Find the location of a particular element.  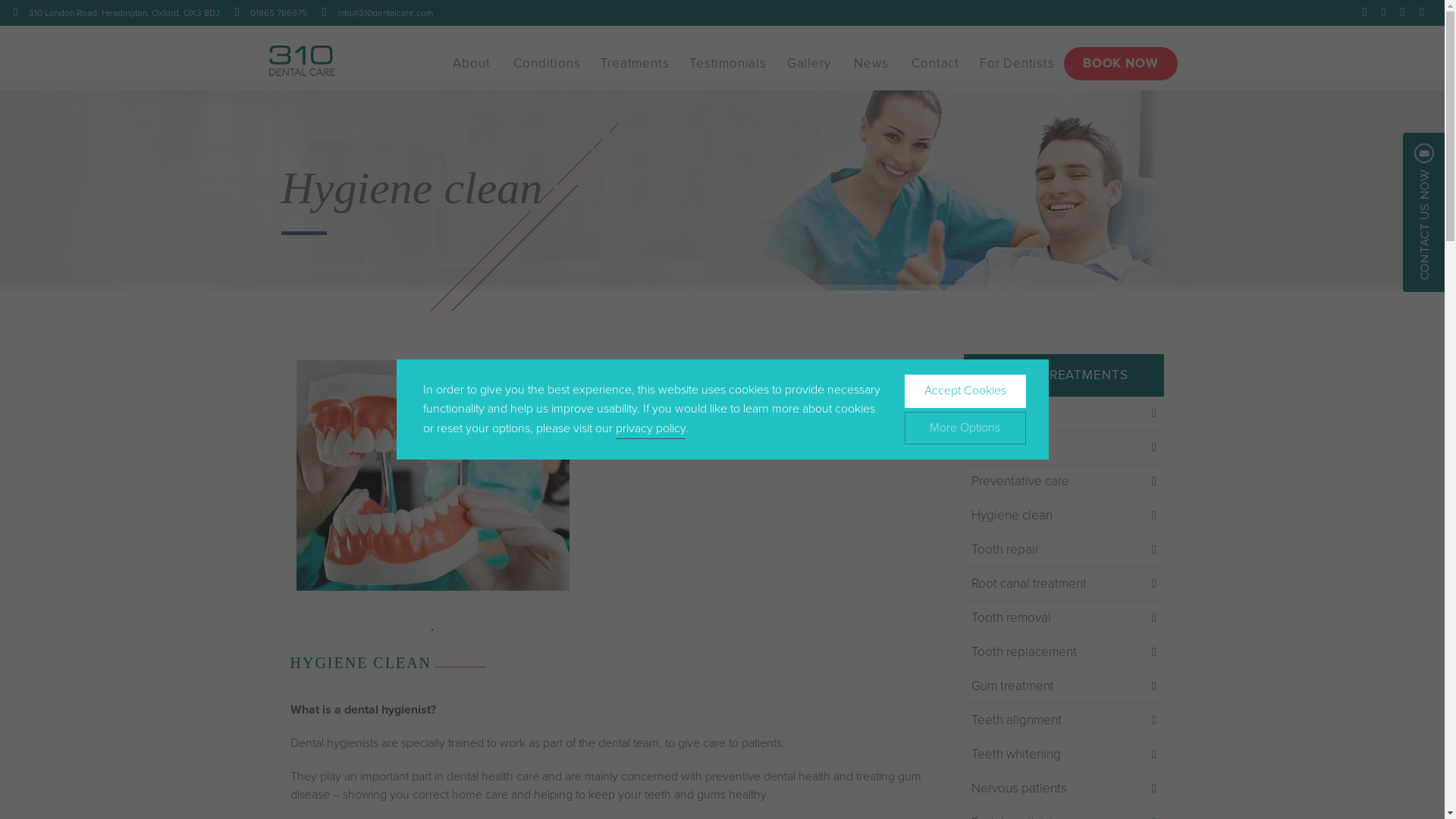

'About' is located at coordinates (440, 67).